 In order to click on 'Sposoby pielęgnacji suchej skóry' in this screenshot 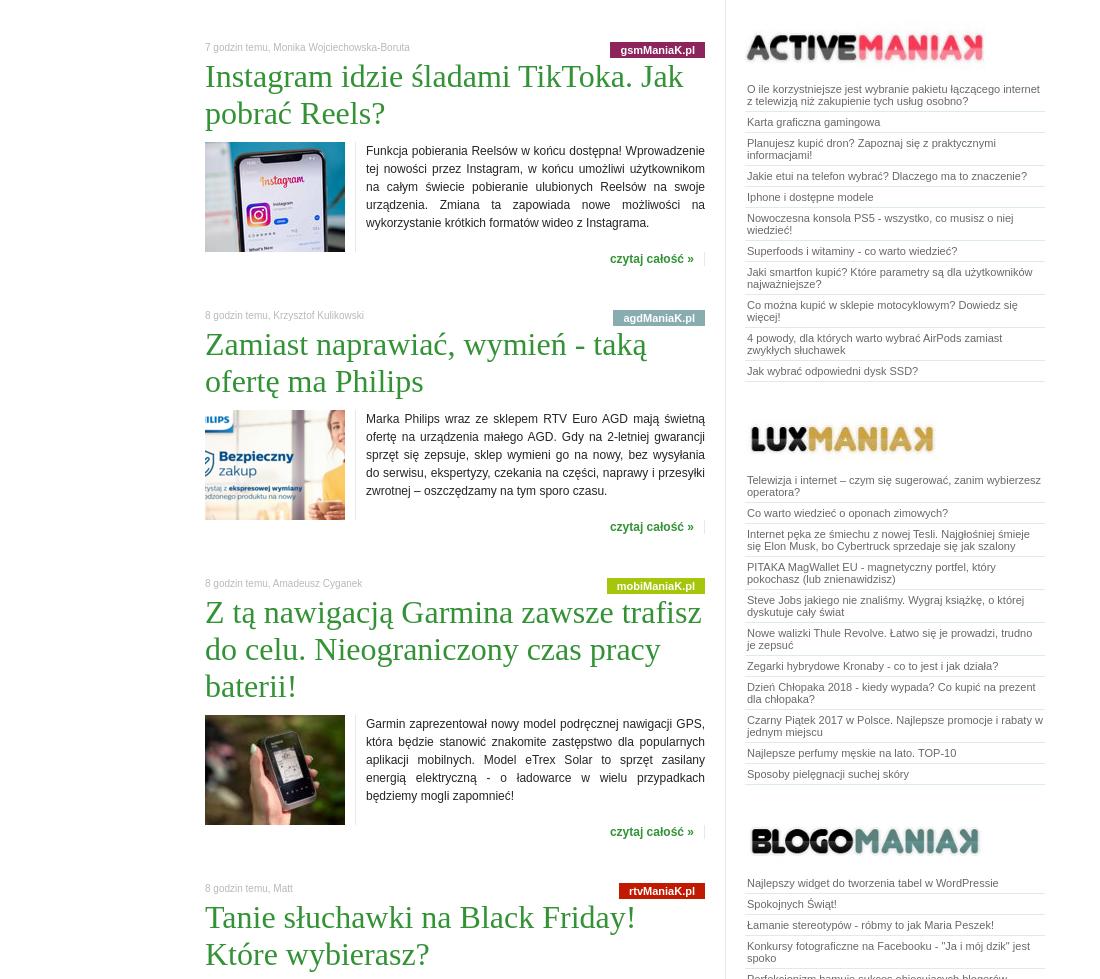, I will do `click(826, 772)`.